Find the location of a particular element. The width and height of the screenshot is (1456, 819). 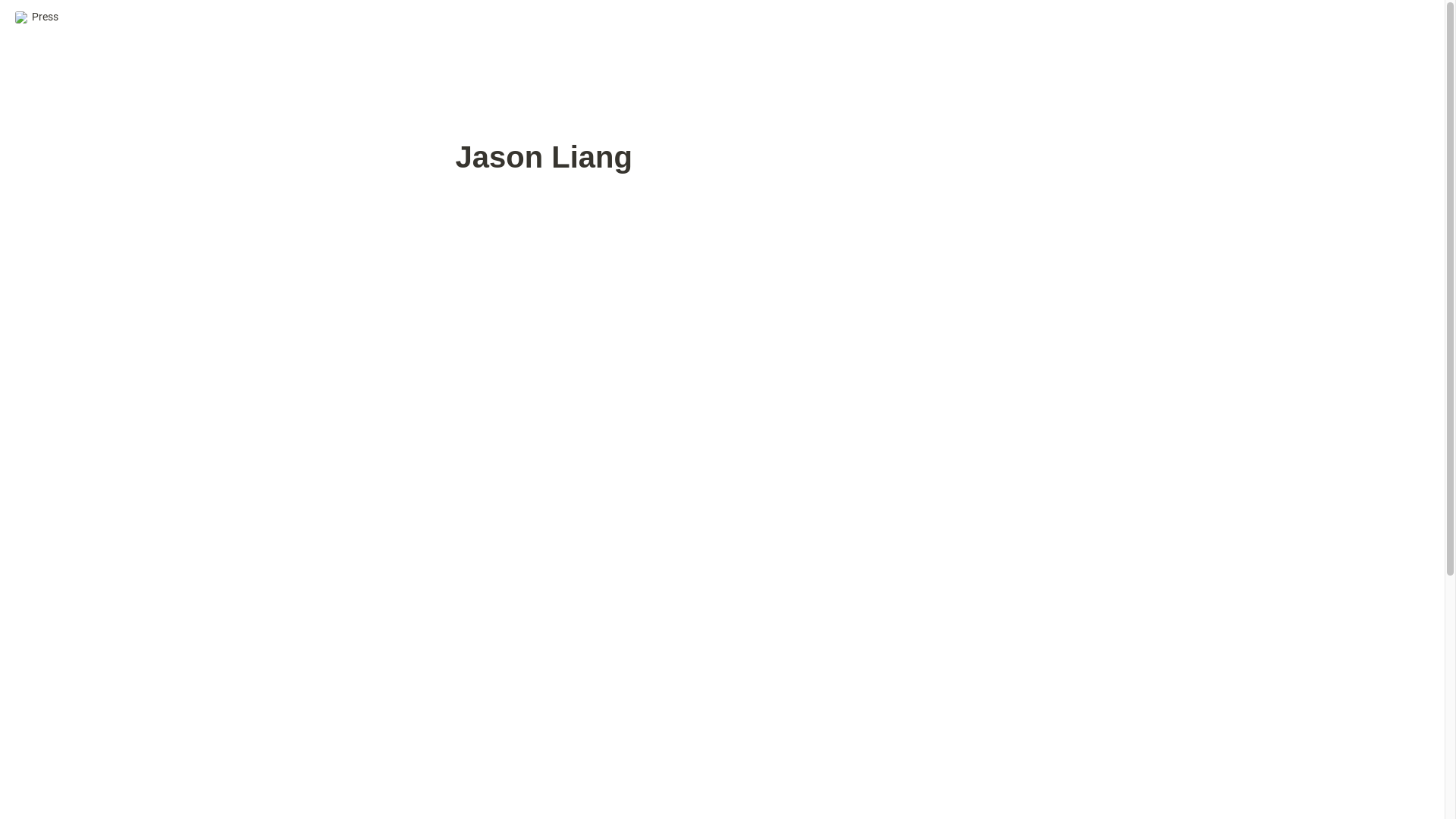

'Press' is located at coordinates (36, 17).